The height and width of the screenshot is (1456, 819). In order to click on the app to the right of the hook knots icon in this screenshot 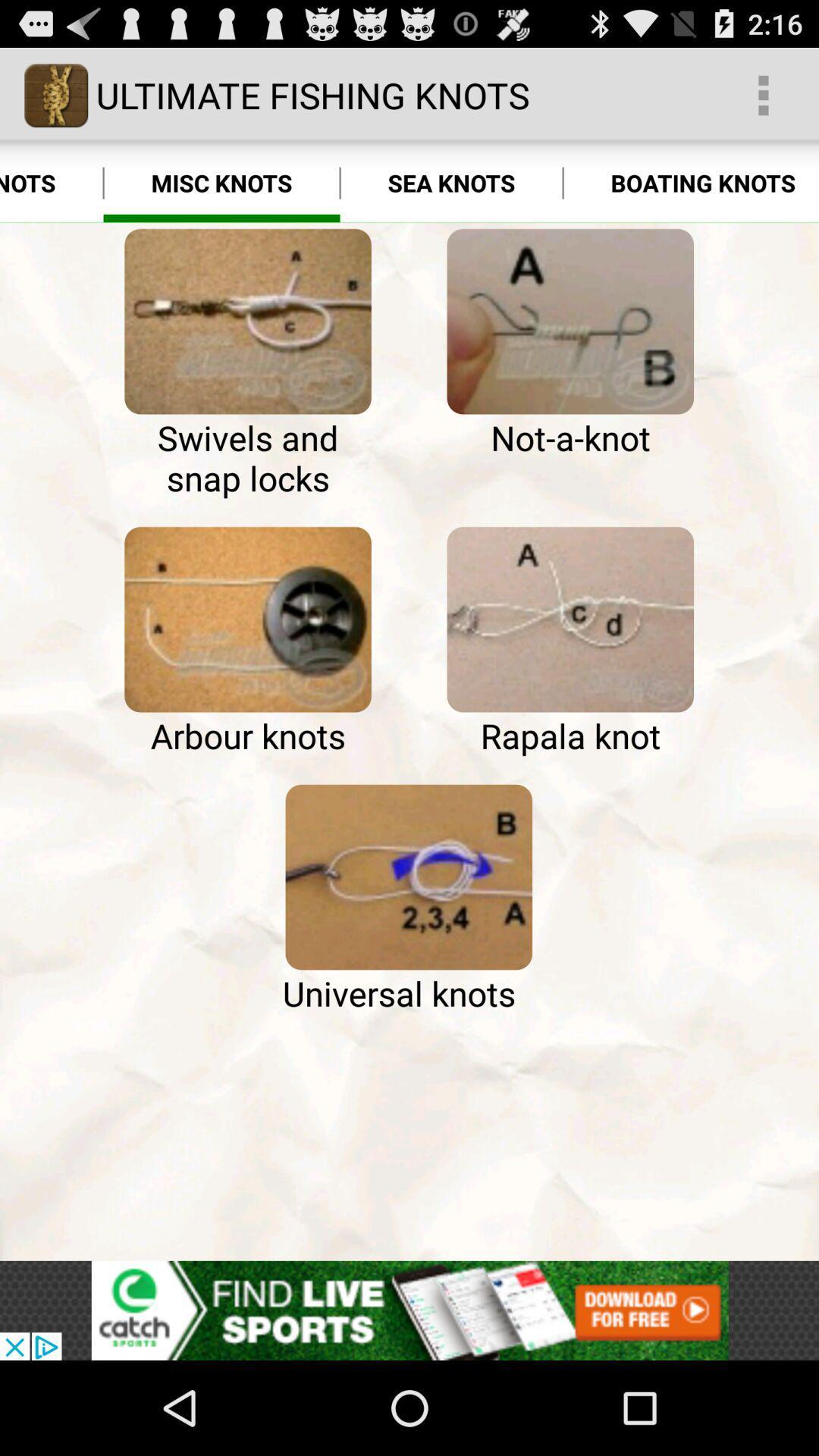, I will do `click(247, 321)`.